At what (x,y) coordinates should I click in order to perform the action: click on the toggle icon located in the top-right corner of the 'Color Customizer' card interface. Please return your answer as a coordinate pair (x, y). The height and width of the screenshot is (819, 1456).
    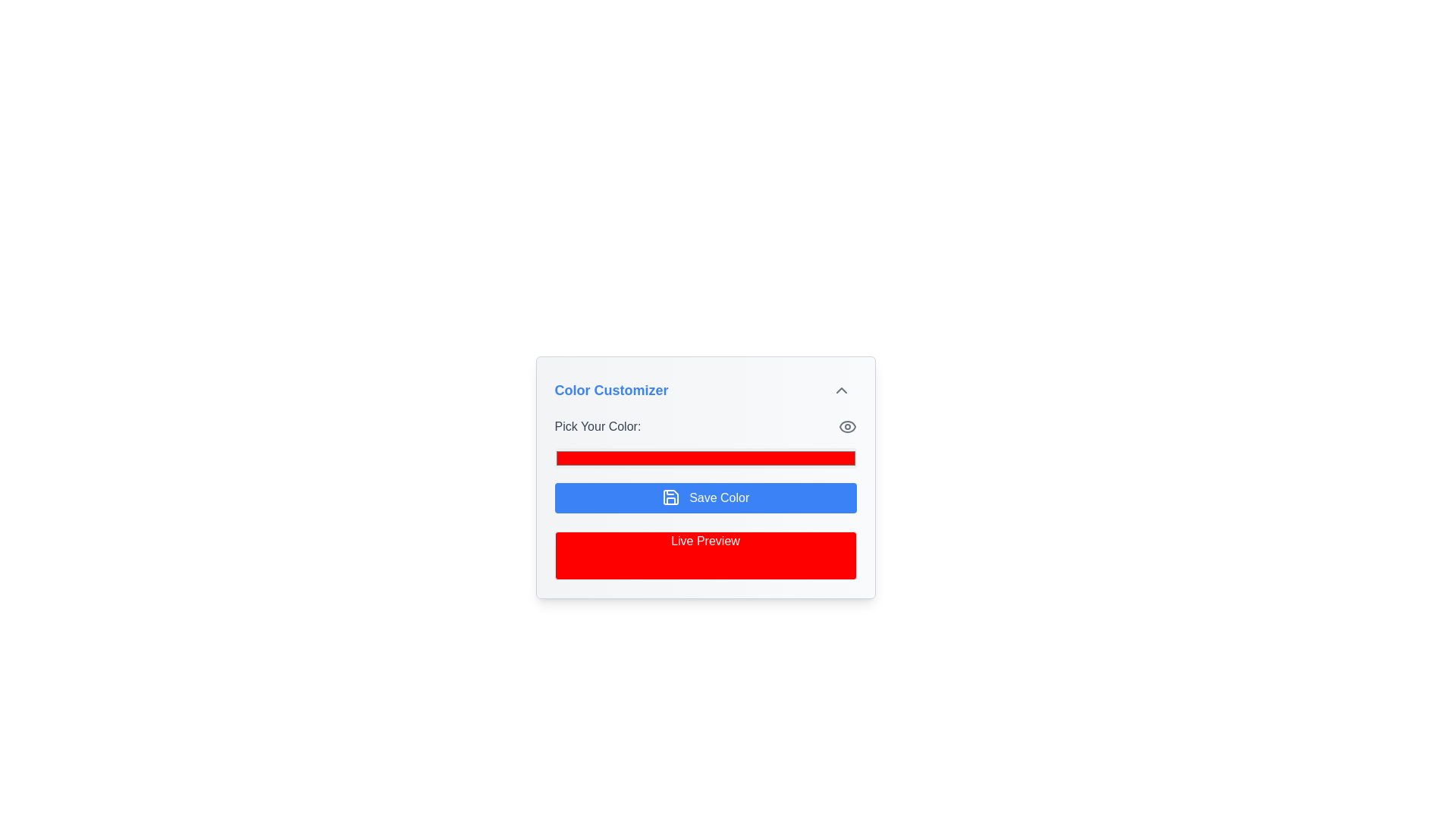
    Looking at the image, I should click on (840, 390).